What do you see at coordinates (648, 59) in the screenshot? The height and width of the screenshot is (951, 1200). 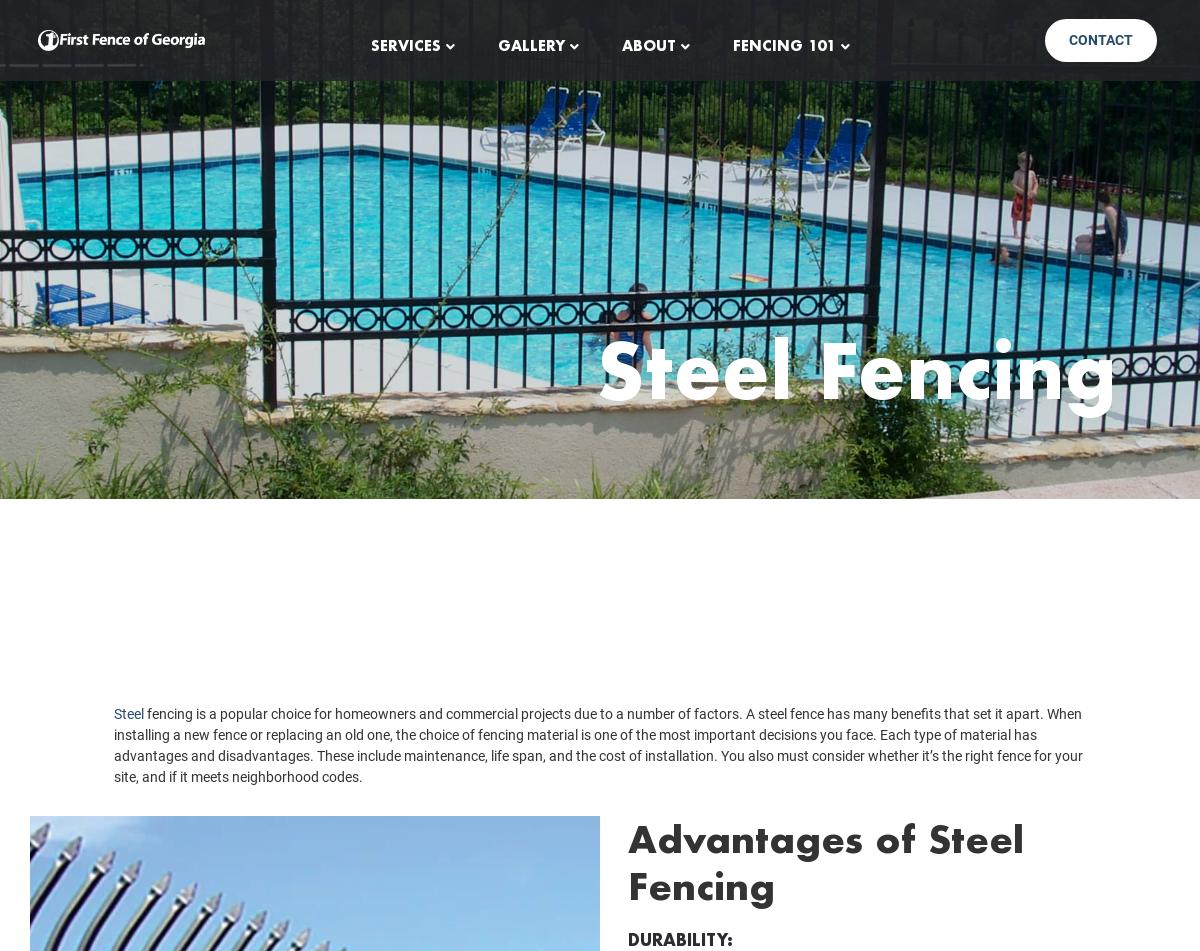 I see `'About'` at bounding box center [648, 59].